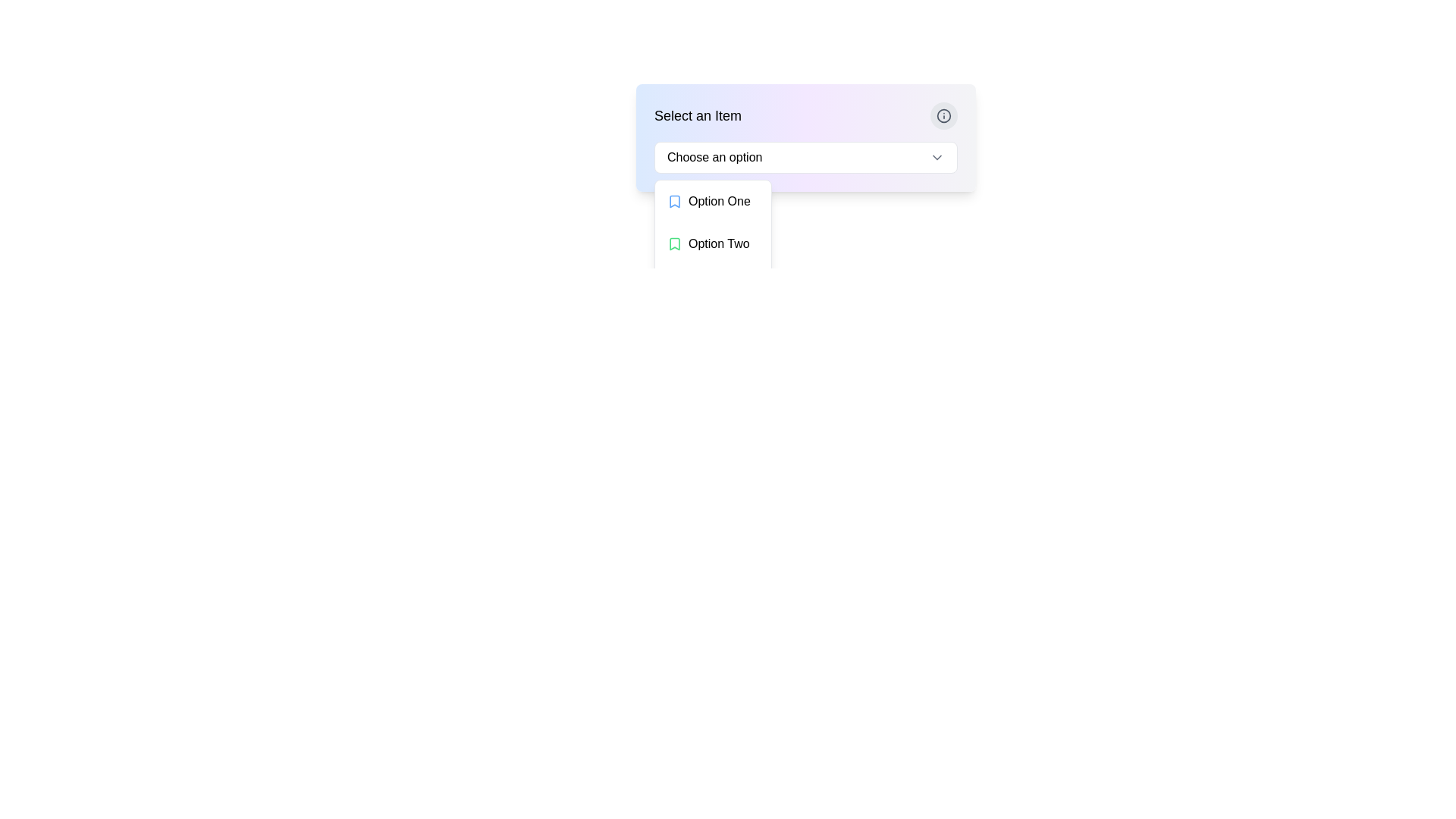  I want to click on the first item in the dropdown menu labeled 'Option One', which features a blue bookmark icon and black text, so click(712, 201).